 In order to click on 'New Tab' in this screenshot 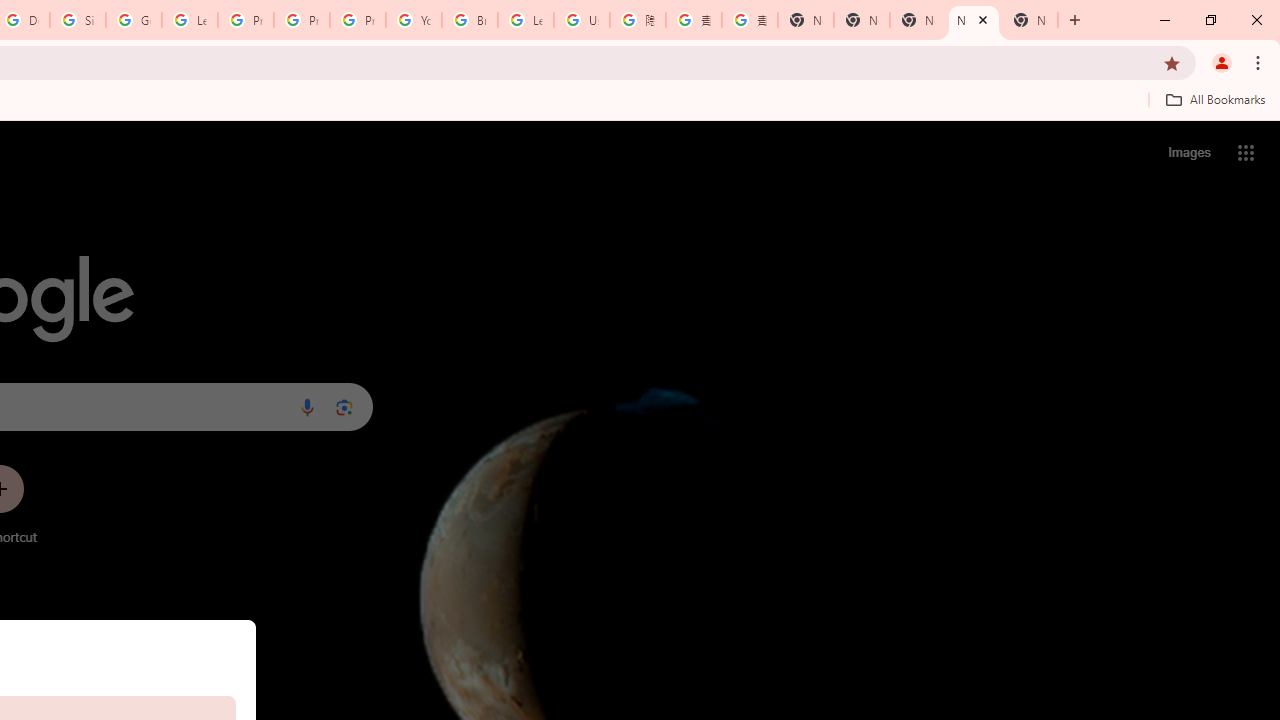, I will do `click(1030, 20)`.